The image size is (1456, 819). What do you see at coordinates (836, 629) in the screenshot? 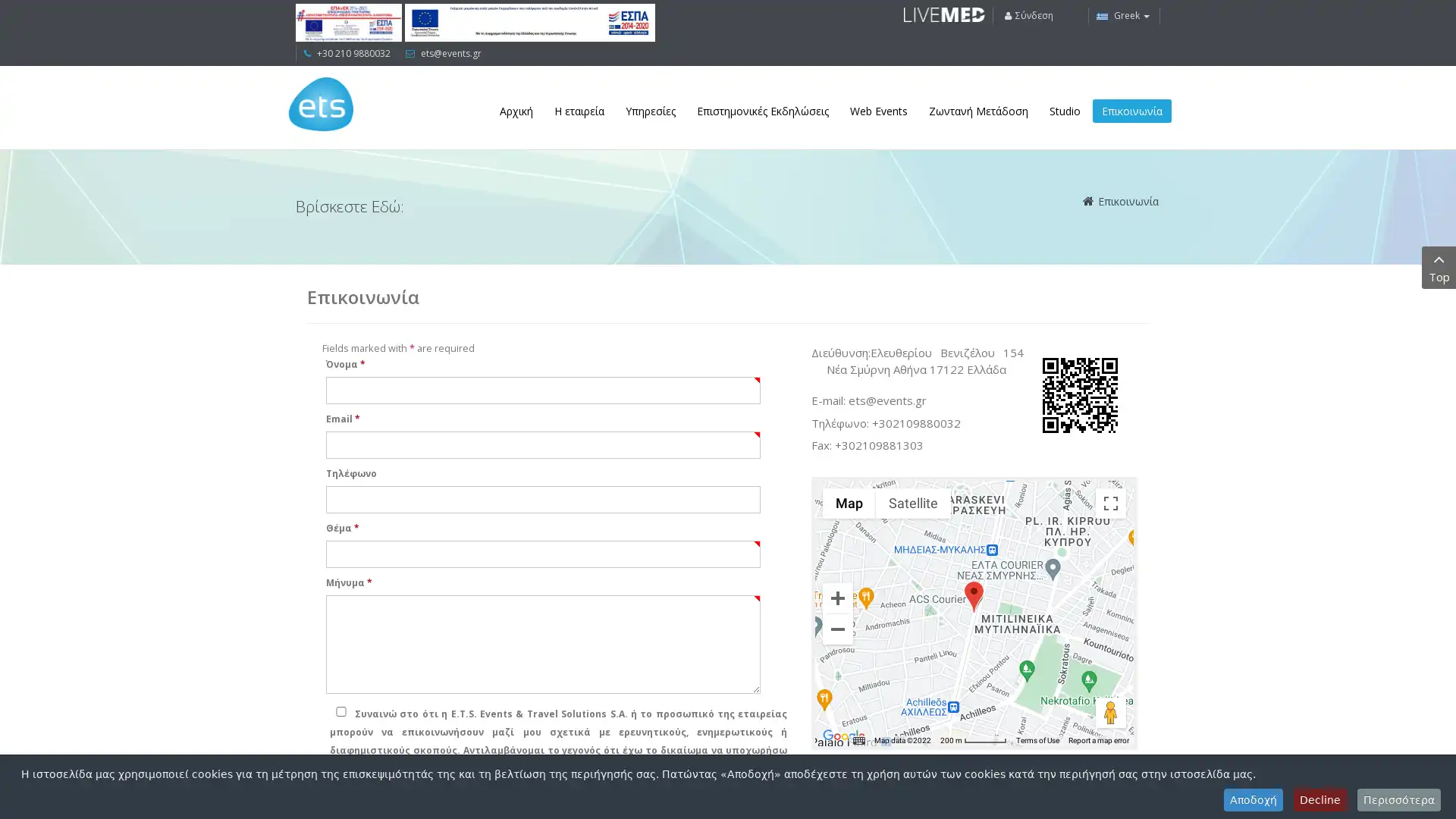
I see `Zoom out` at bounding box center [836, 629].